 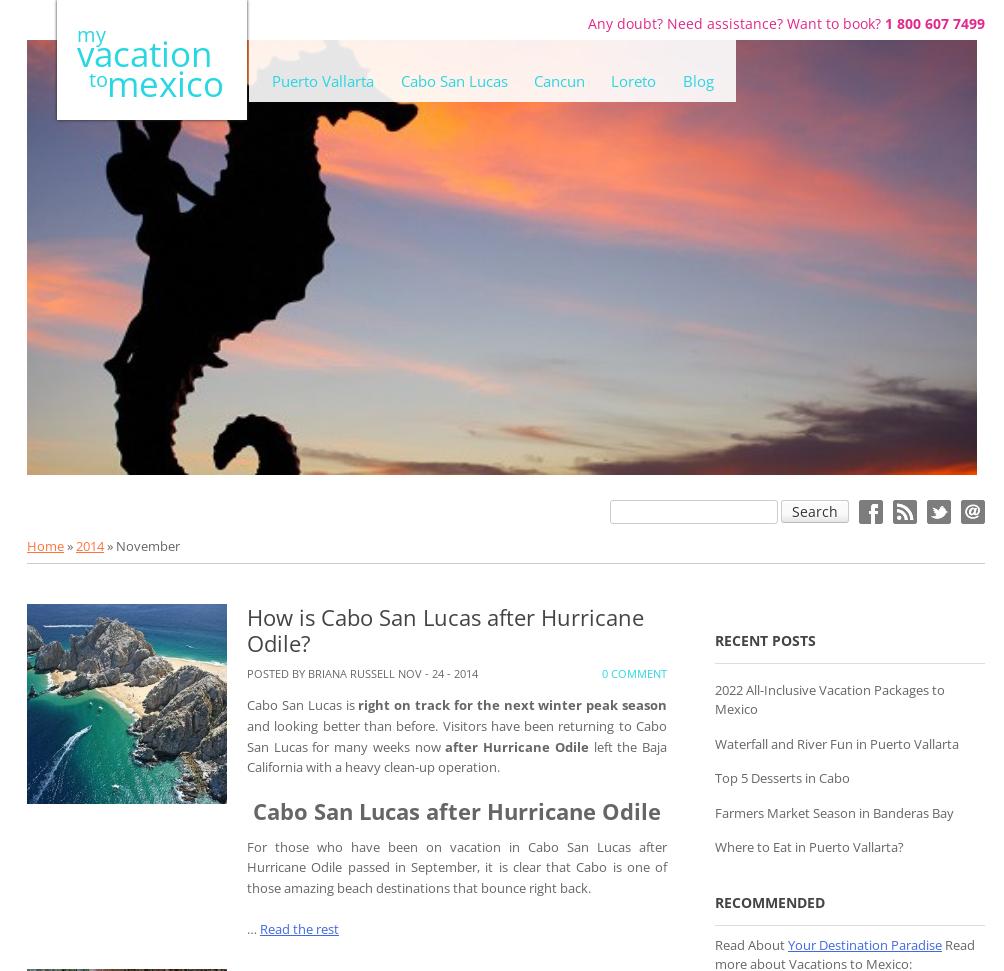 I want to click on 'to', so click(x=88, y=78).